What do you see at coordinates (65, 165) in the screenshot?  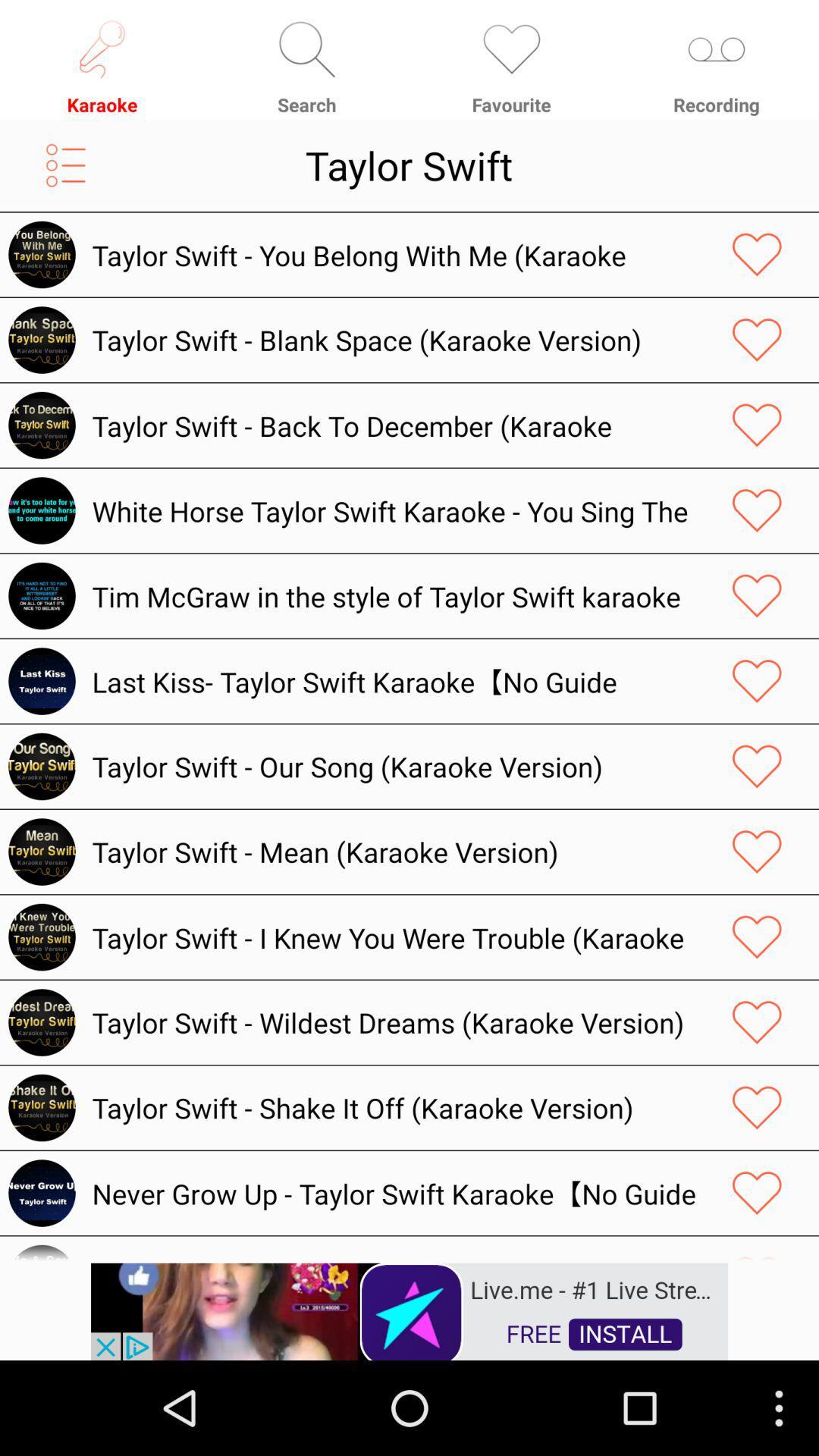 I see `open menu` at bounding box center [65, 165].